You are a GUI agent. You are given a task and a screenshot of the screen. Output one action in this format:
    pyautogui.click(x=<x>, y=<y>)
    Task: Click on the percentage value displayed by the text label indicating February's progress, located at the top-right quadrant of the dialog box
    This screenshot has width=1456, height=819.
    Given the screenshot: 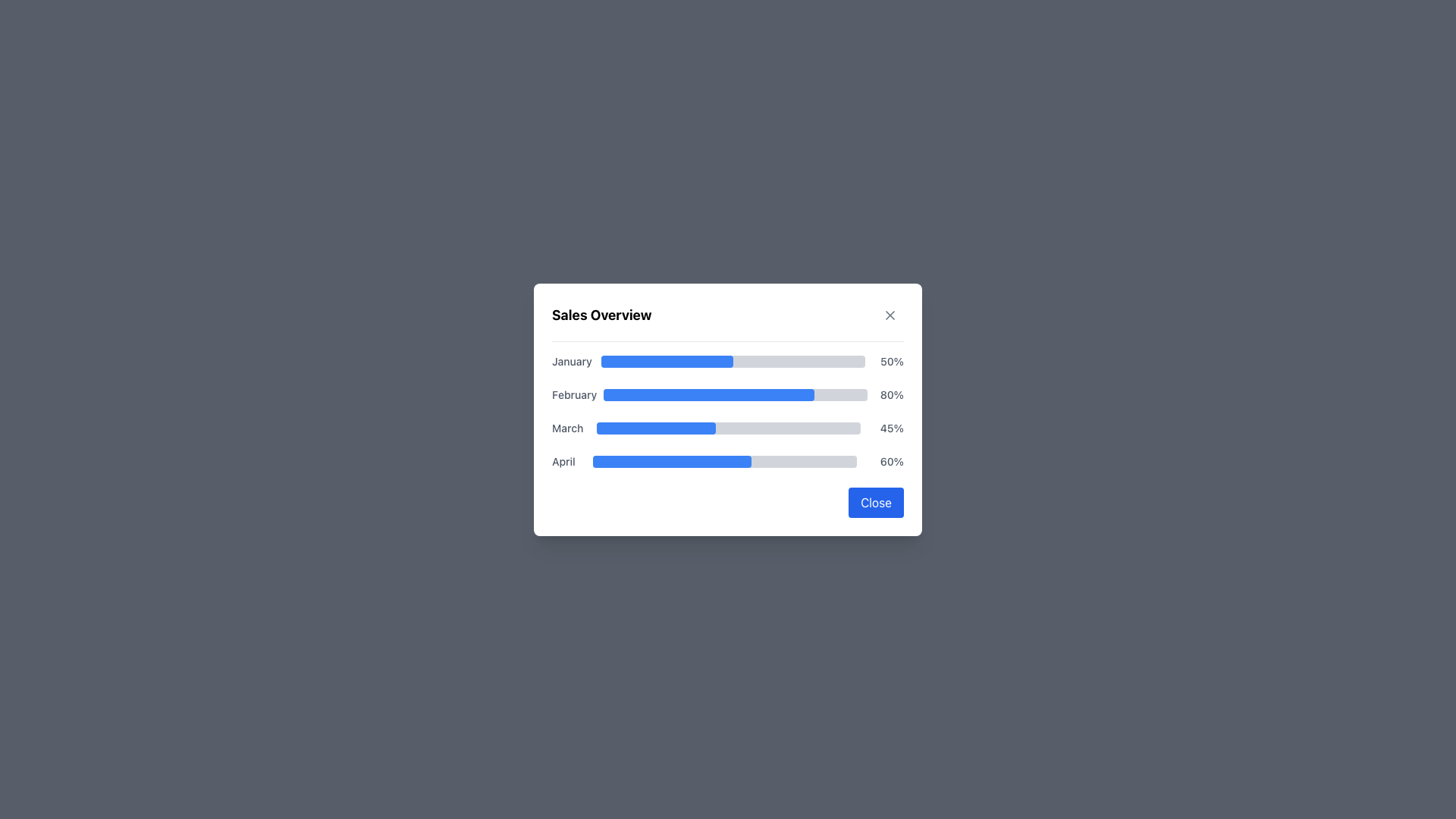 What is the action you would take?
    pyautogui.click(x=889, y=394)
    